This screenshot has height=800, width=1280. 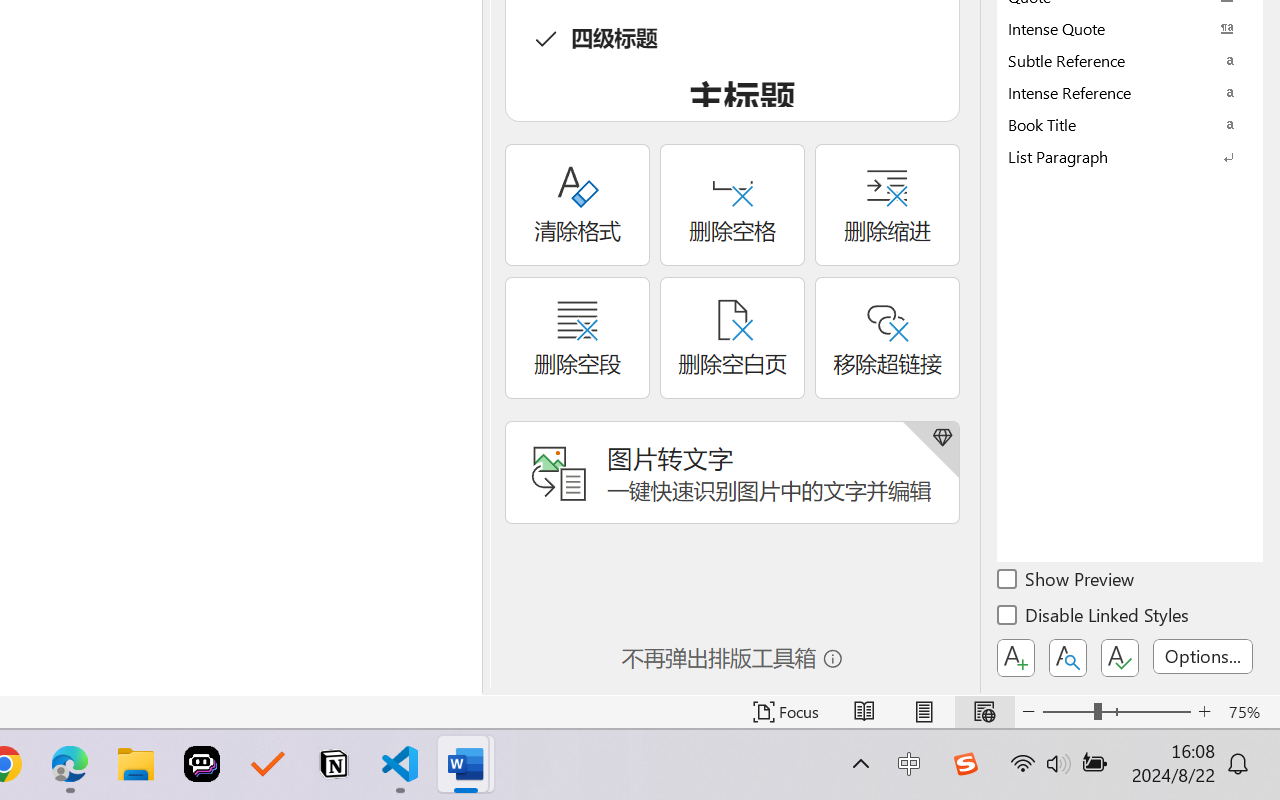 What do you see at coordinates (1130, 156) in the screenshot?
I see `'List Paragraph'` at bounding box center [1130, 156].